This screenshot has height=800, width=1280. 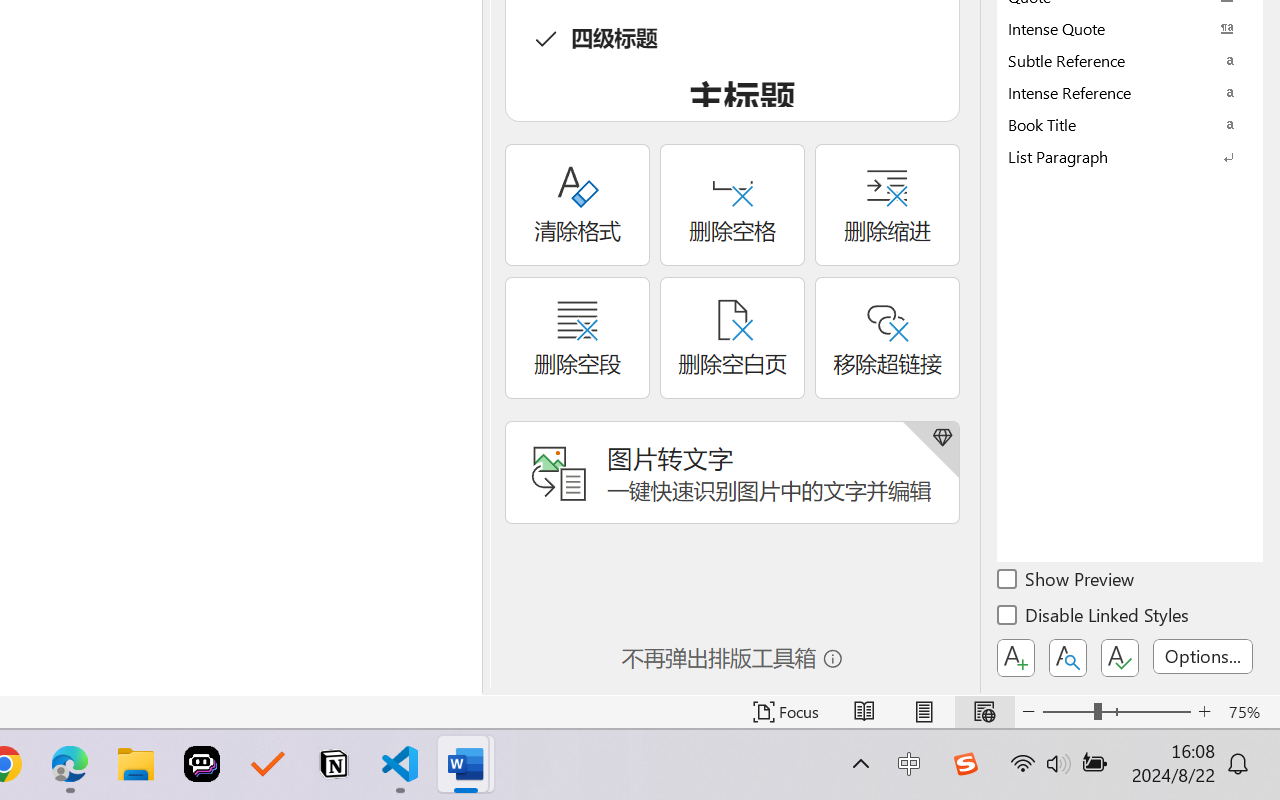 What do you see at coordinates (1130, 156) in the screenshot?
I see `'List Paragraph'` at bounding box center [1130, 156].